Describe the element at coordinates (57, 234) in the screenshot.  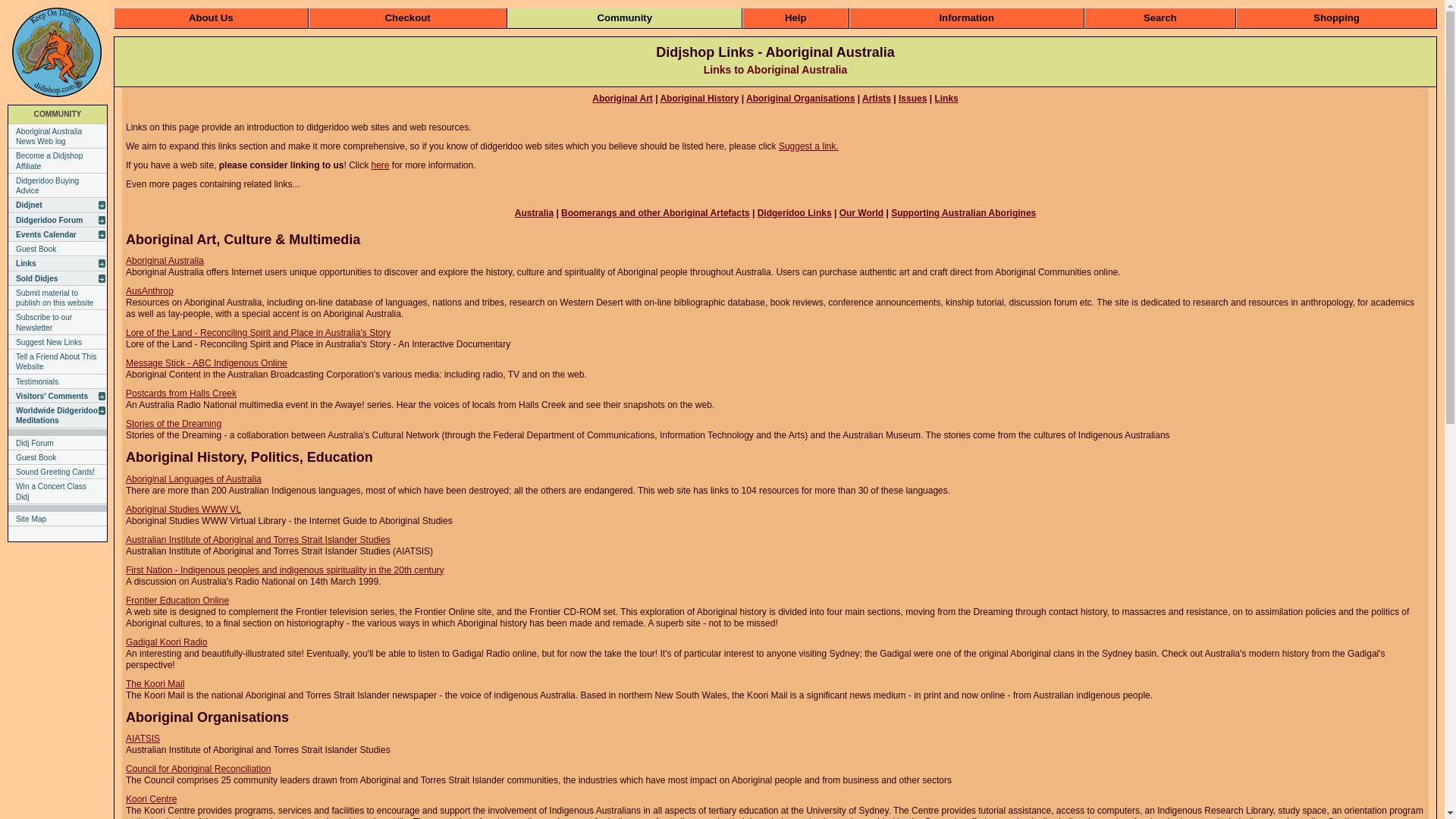
I see `'Events Calendar'` at that location.